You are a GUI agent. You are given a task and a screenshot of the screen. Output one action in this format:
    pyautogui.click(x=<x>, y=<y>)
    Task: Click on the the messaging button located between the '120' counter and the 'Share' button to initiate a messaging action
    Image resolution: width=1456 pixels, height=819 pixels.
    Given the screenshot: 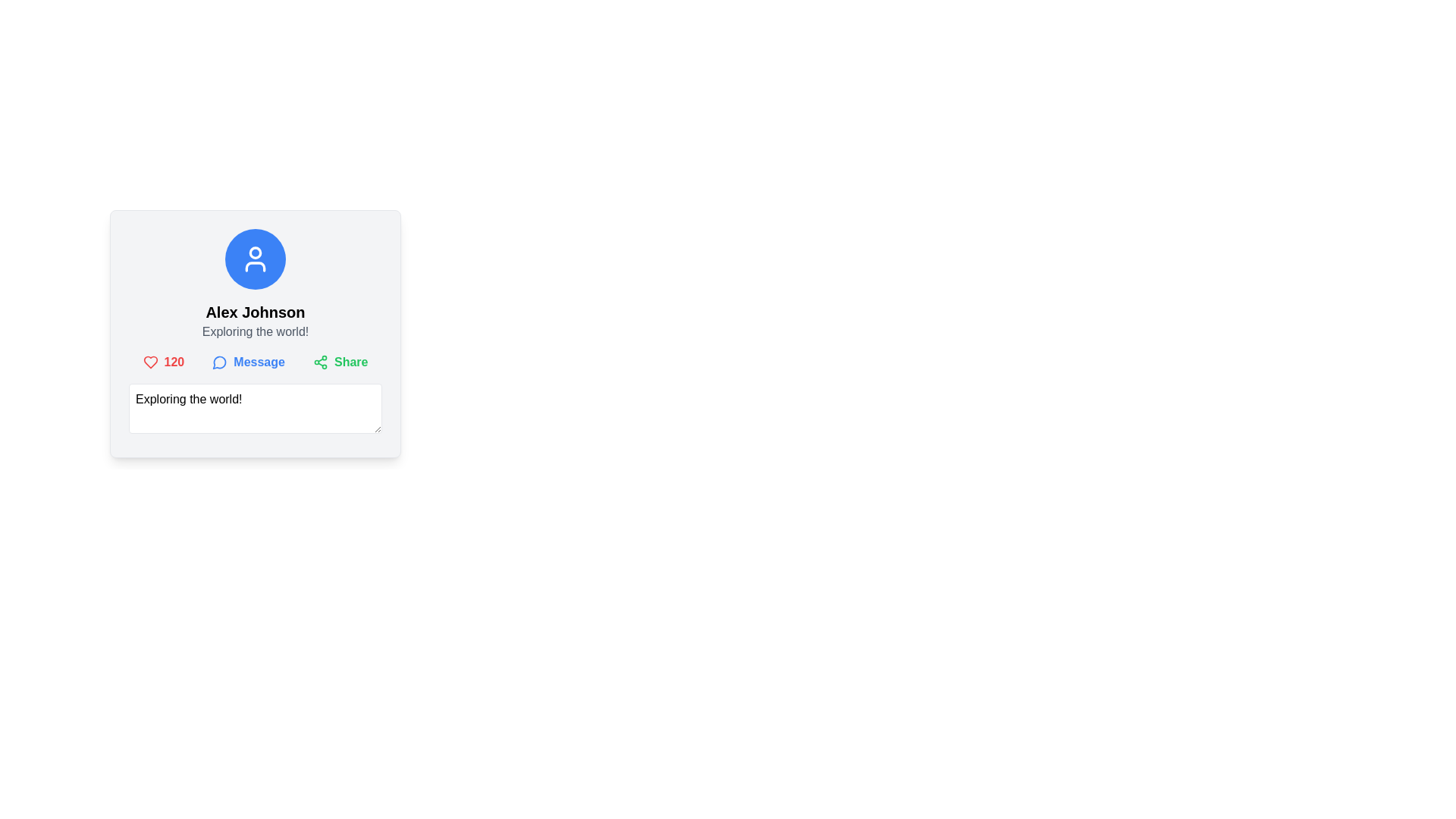 What is the action you would take?
    pyautogui.click(x=248, y=362)
    